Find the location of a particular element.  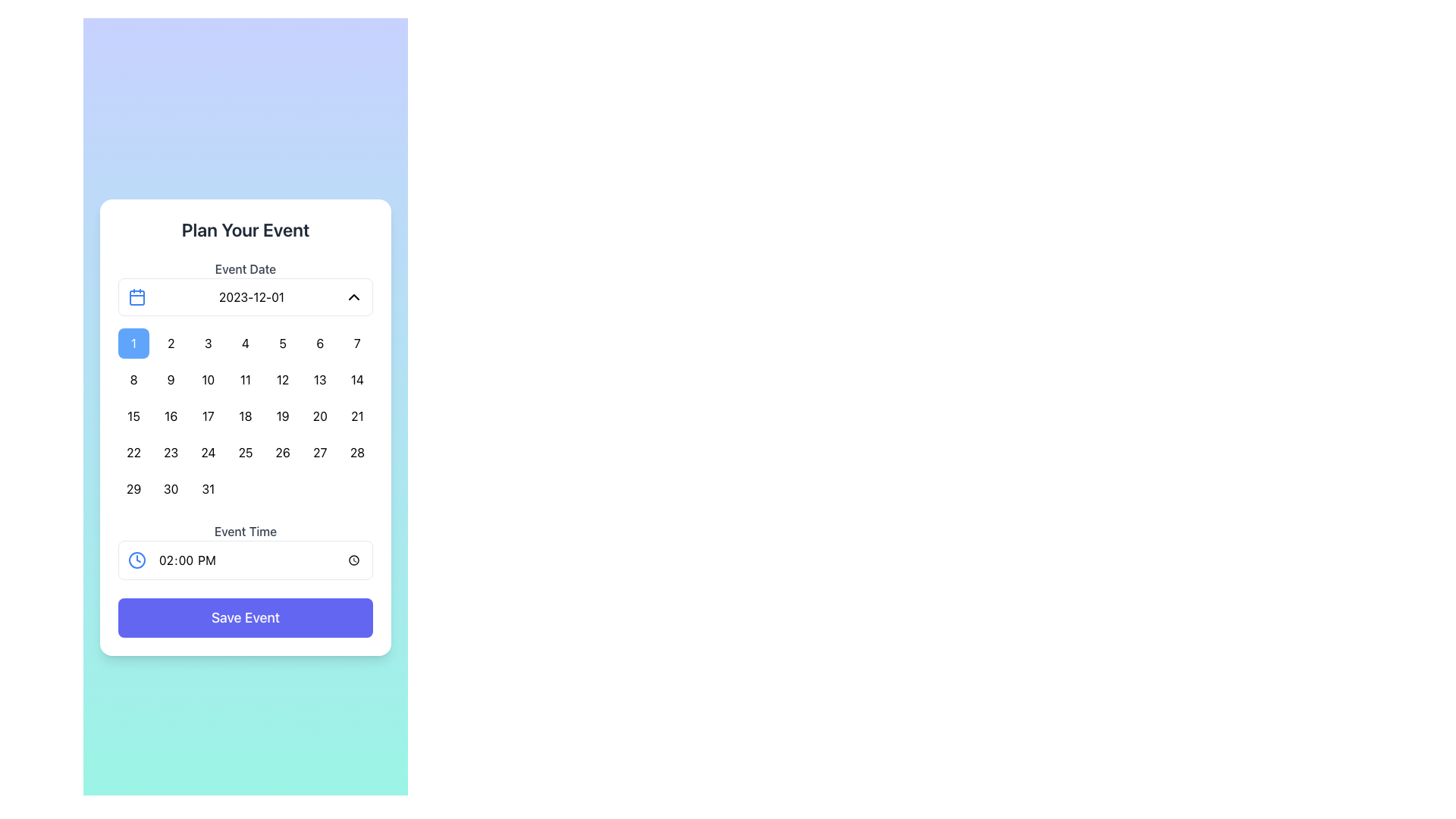

the circular button containing the number '25' in bold text is located at coordinates (245, 452).